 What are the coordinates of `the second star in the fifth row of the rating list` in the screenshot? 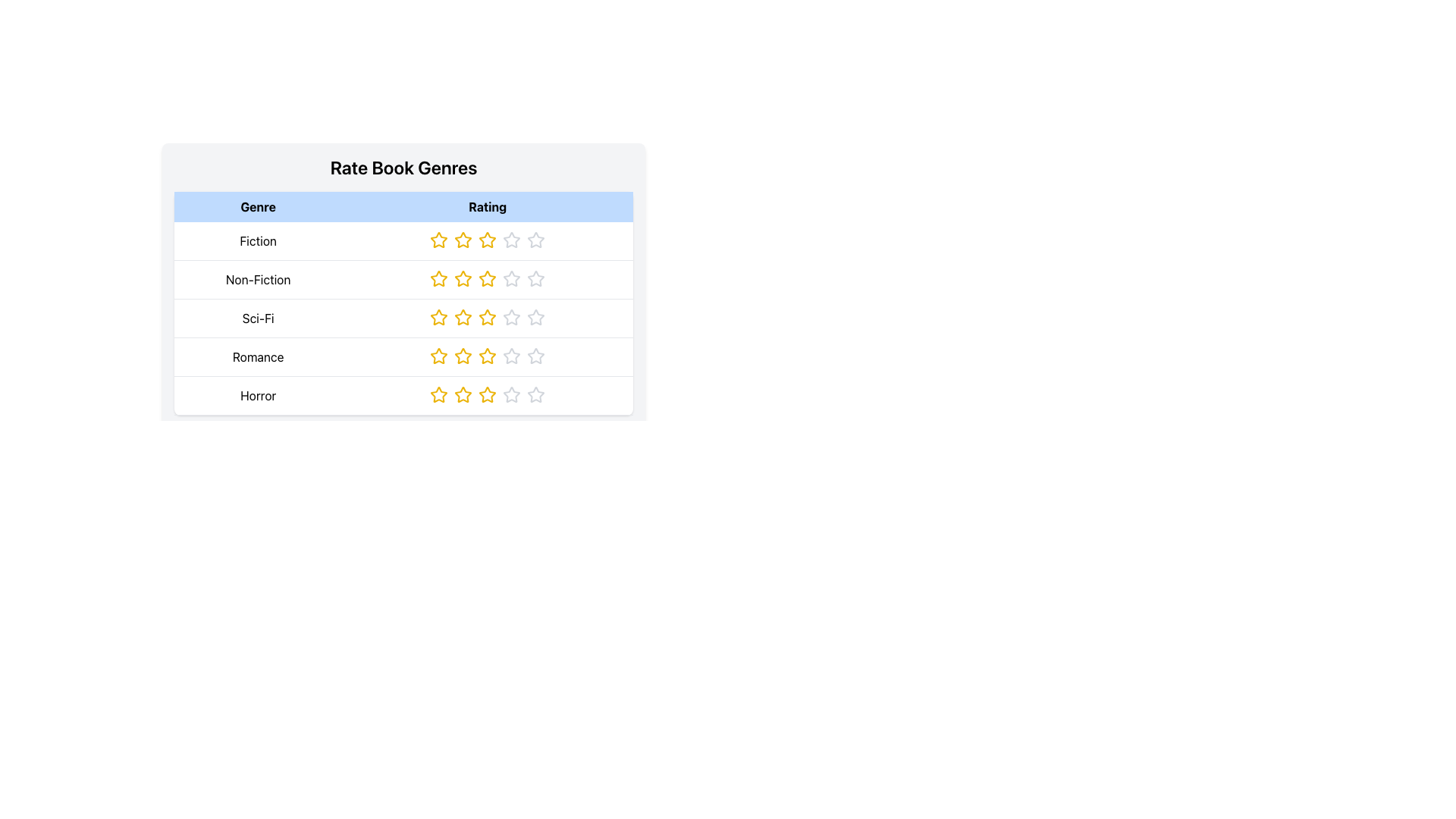 It's located at (463, 394).